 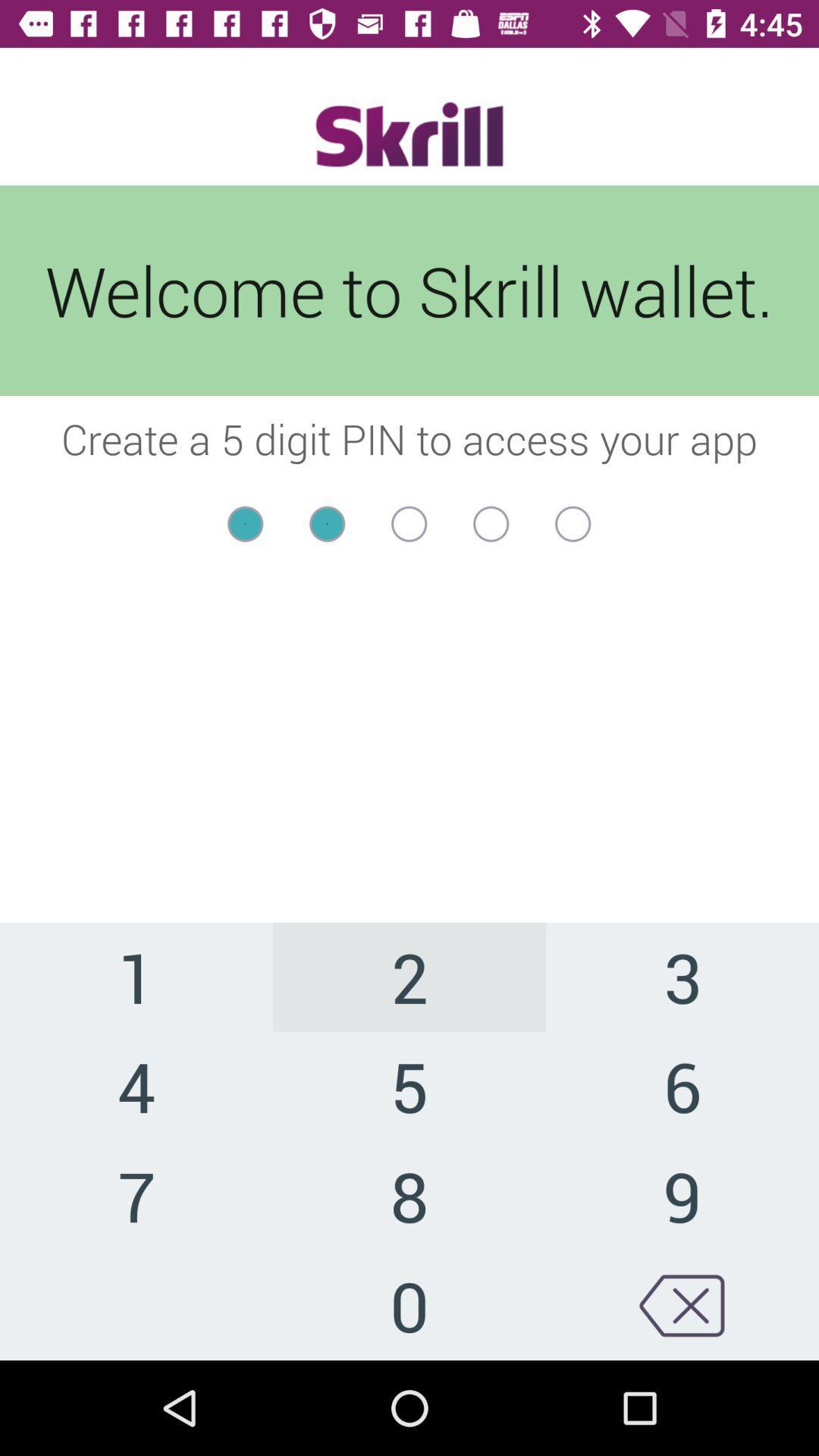 What do you see at coordinates (681, 1304) in the screenshot?
I see `delete last character` at bounding box center [681, 1304].